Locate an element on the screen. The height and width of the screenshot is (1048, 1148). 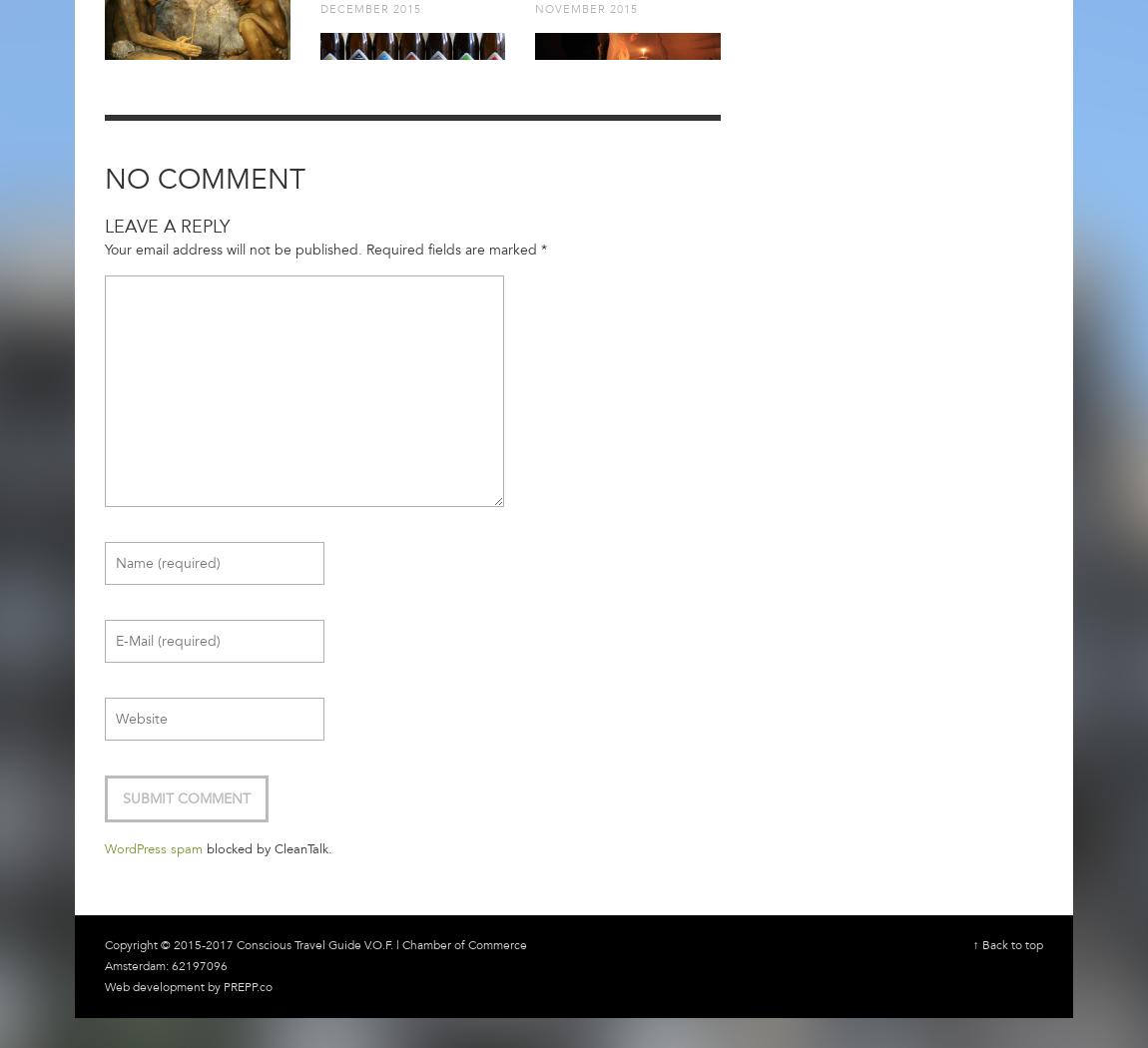
'↑	Back to top' is located at coordinates (1008, 943).